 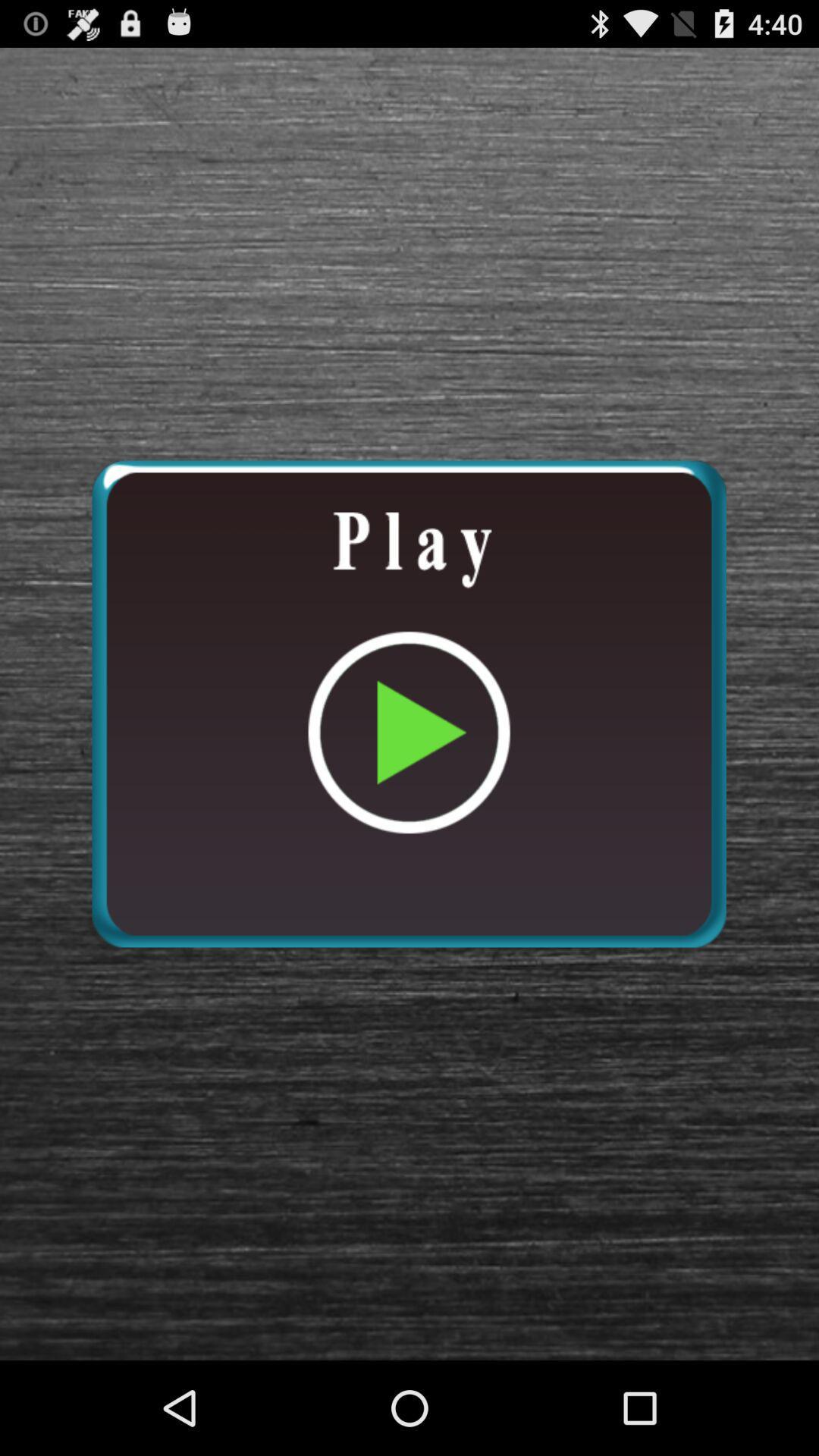 I want to click on the audio play, so click(x=408, y=703).